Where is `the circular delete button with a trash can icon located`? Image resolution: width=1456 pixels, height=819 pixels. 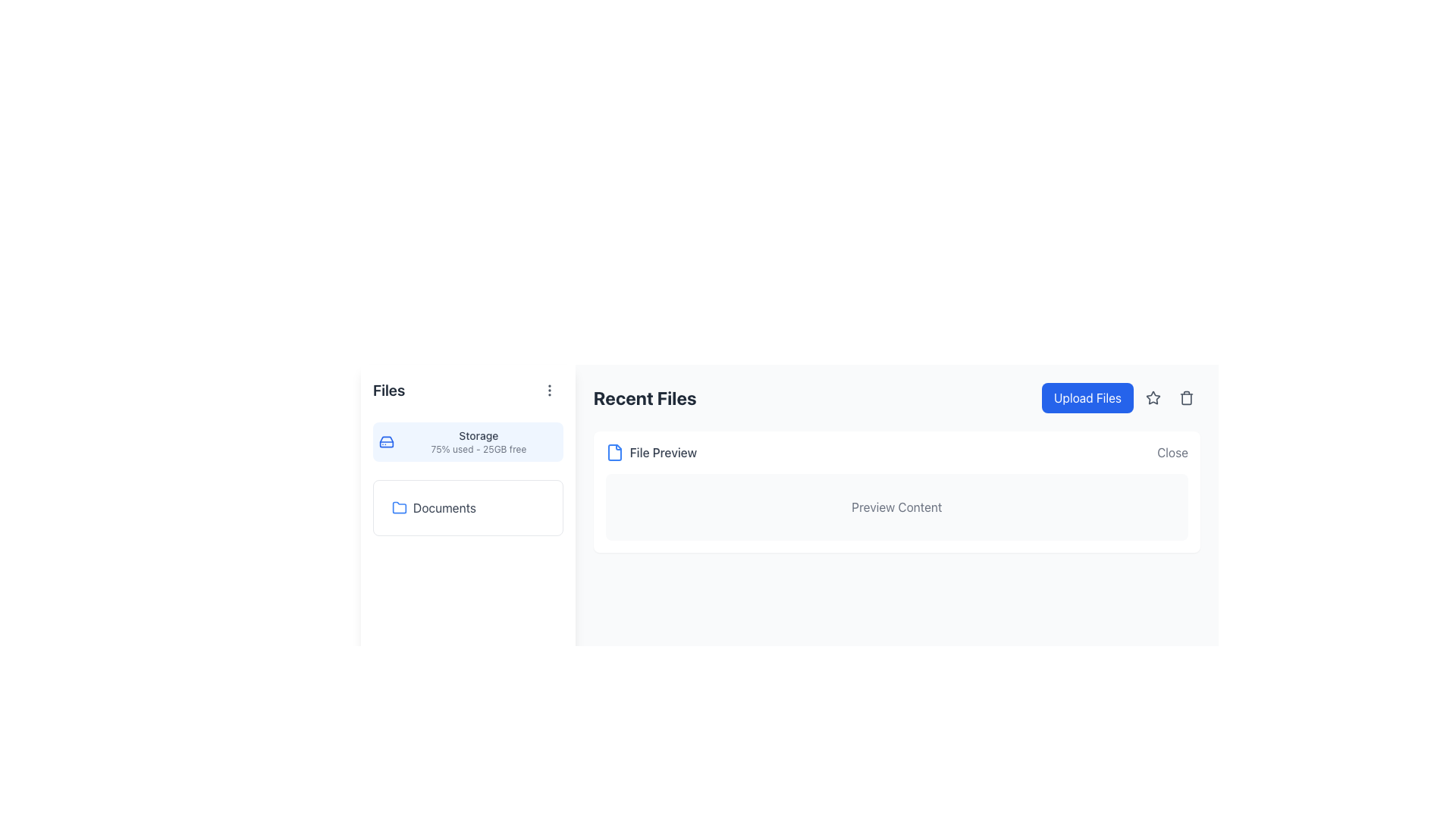 the circular delete button with a trash can icon located is located at coordinates (1185, 397).